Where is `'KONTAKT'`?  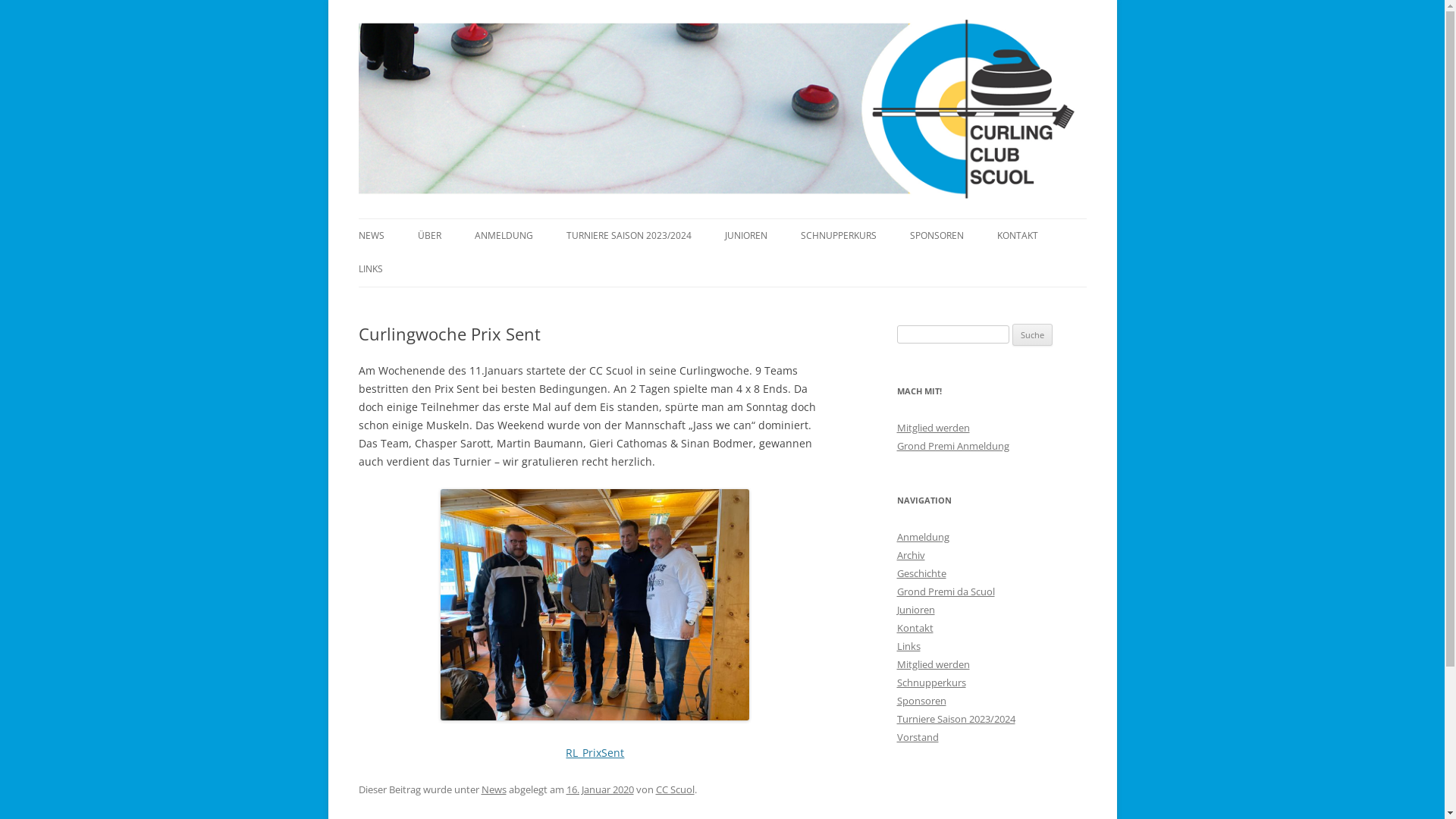 'KONTAKT' is located at coordinates (1016, 236).